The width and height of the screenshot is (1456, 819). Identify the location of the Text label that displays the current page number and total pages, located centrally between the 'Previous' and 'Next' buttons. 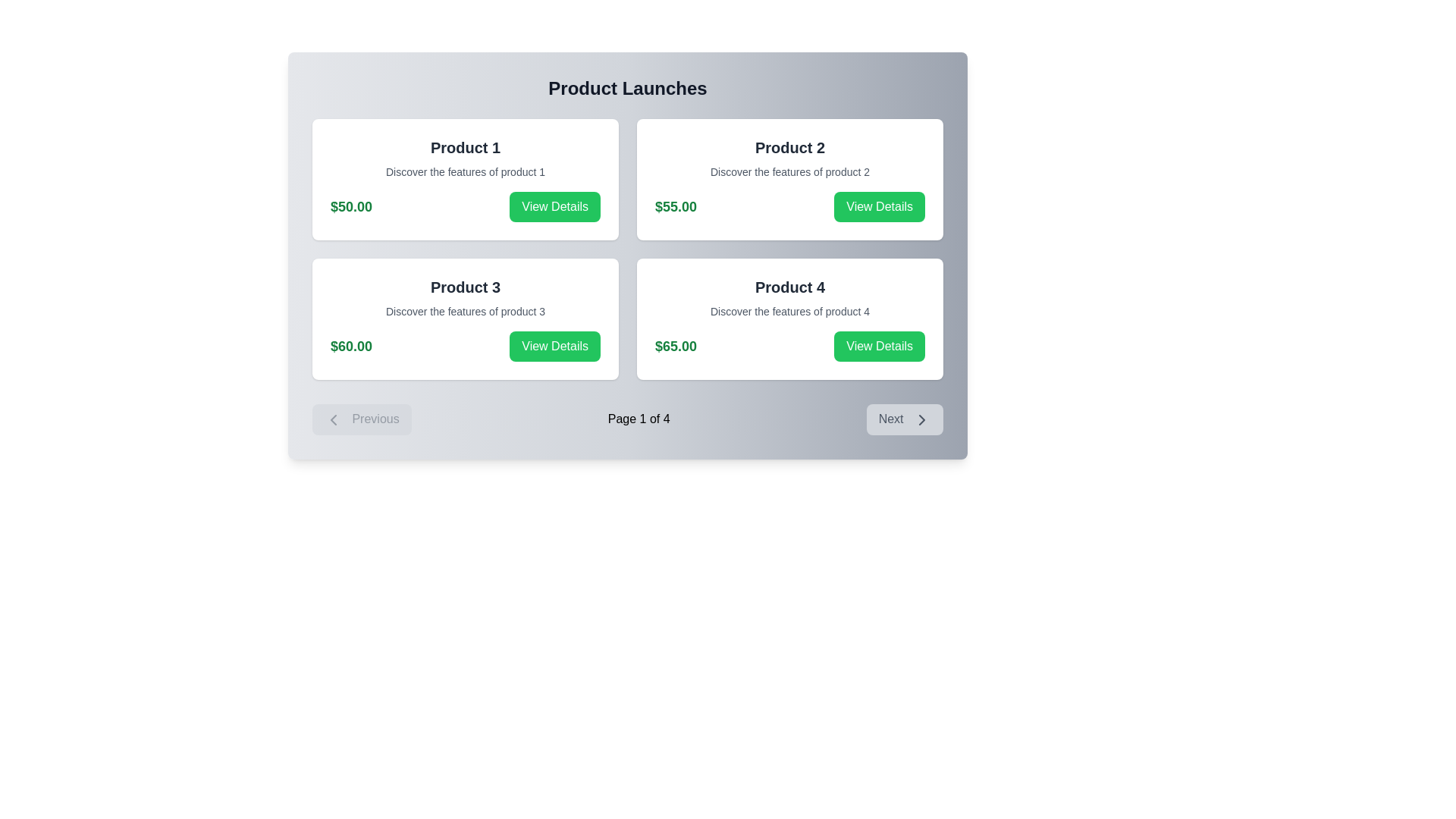
(639, 419).